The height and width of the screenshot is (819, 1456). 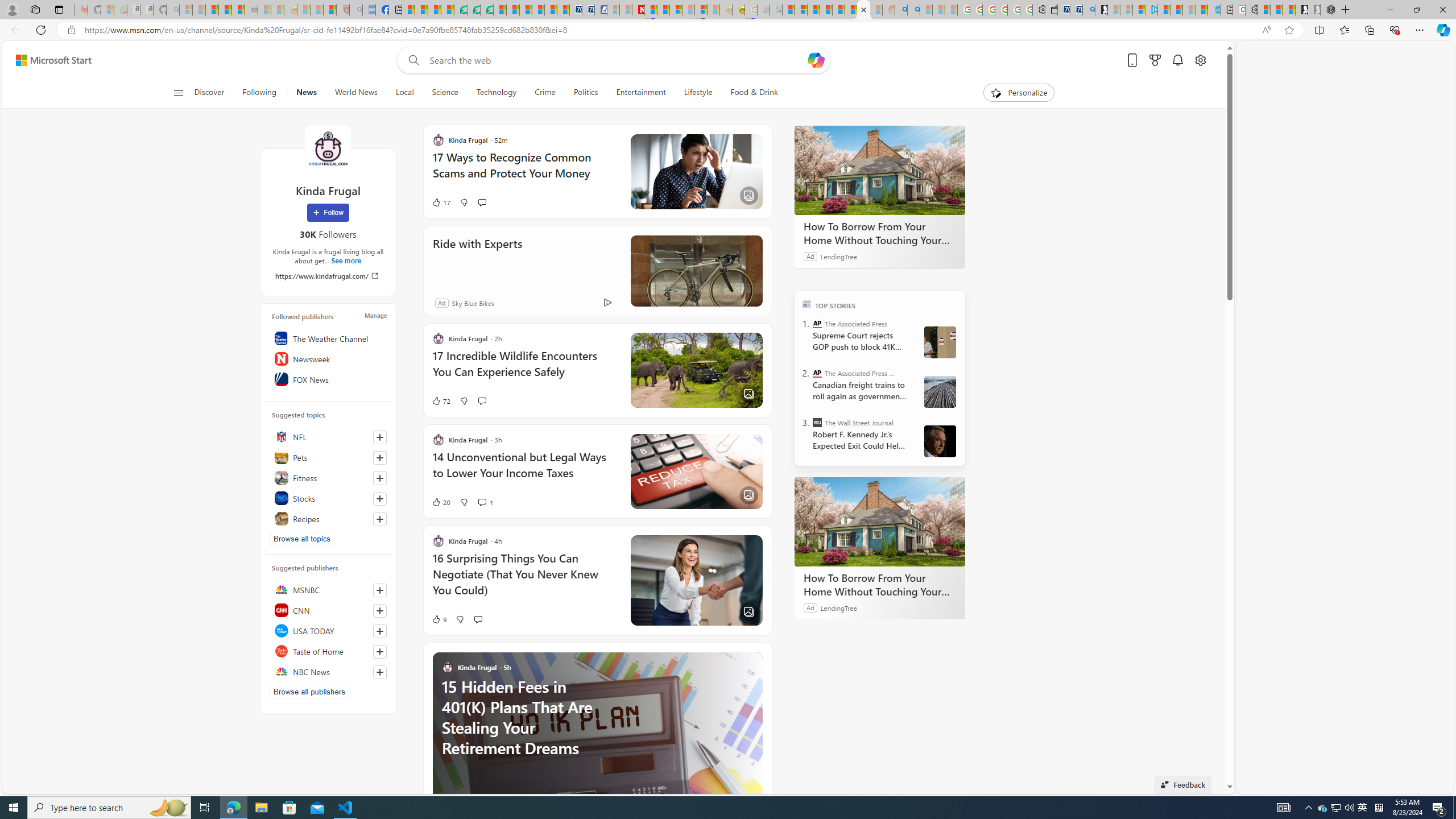 I want to click on 'Browse all topics', so click(x=301, y=537).